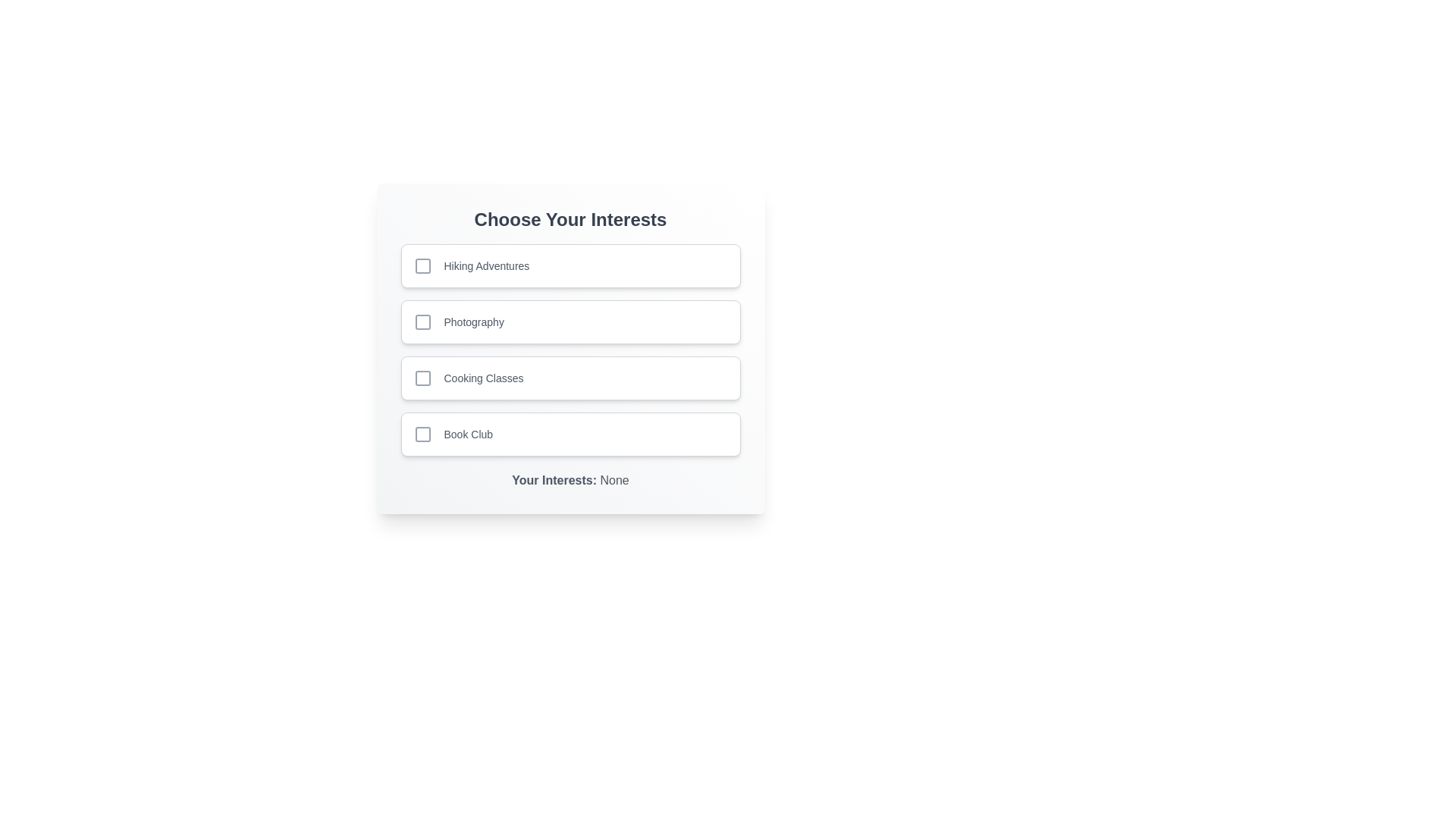  What do you see at coordinates (422, 435) in the screenshot?
I see `the Checkbox-like indicator` at bounding box center [422, 435].